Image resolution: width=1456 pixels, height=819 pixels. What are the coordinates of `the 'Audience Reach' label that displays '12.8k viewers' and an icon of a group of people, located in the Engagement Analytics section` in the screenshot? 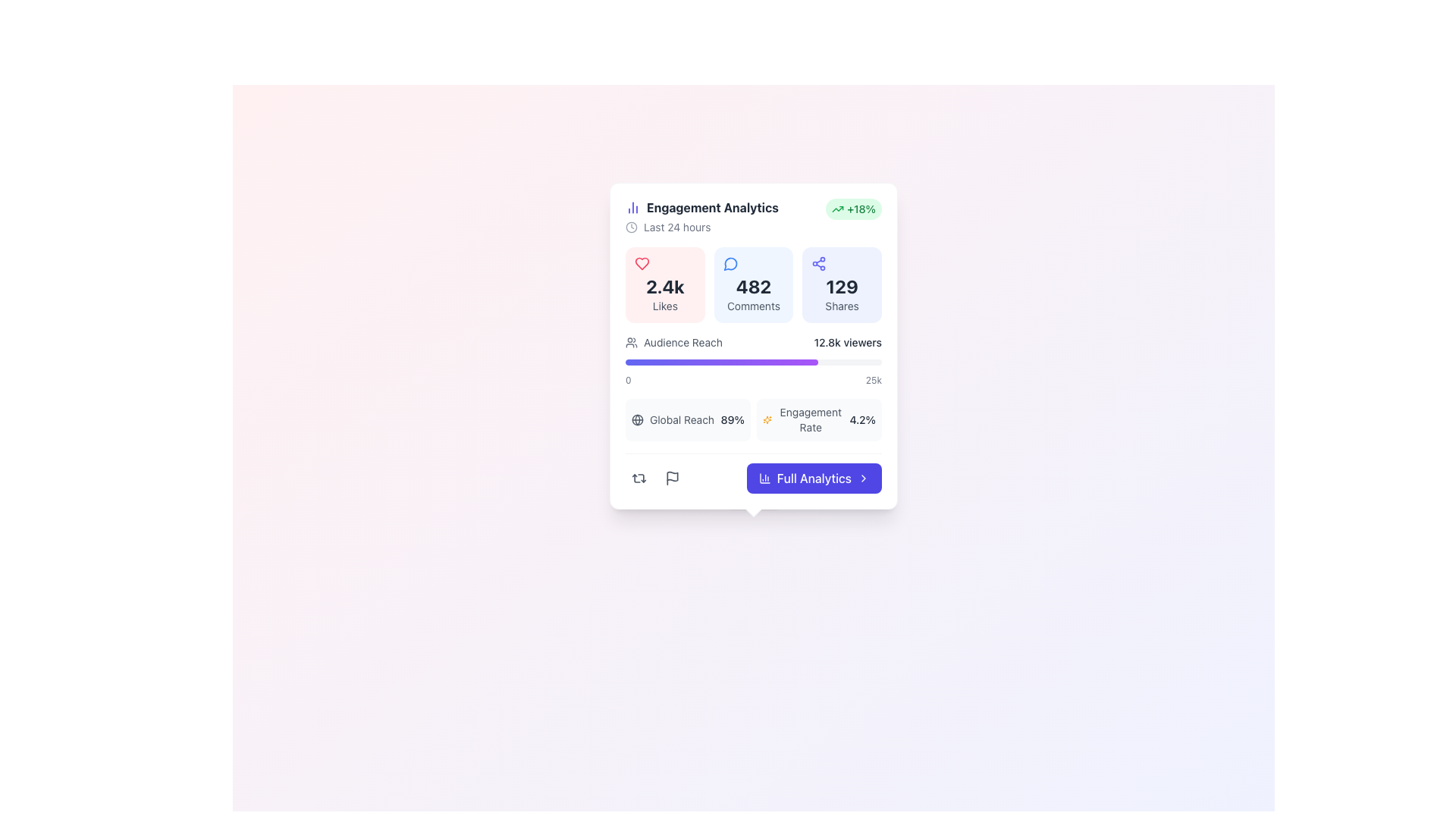 It's located at (673, 342).